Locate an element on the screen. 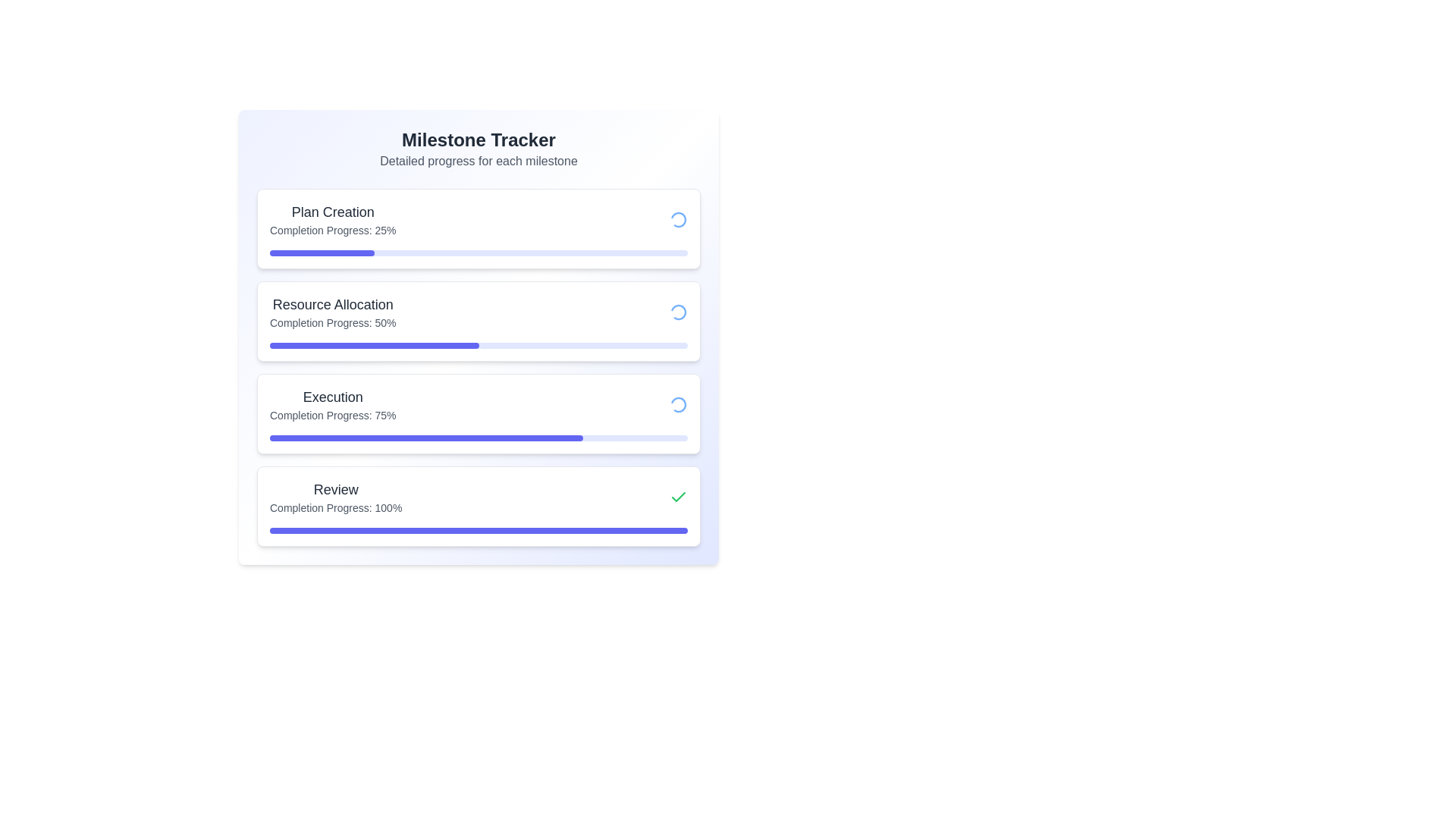 The height and width of the screenshot is (819, 1456). progress information from the topmost card in the Milestone Tracker section, which shows 'Completion Progress: 25%' is located at coordinates (478, 228).